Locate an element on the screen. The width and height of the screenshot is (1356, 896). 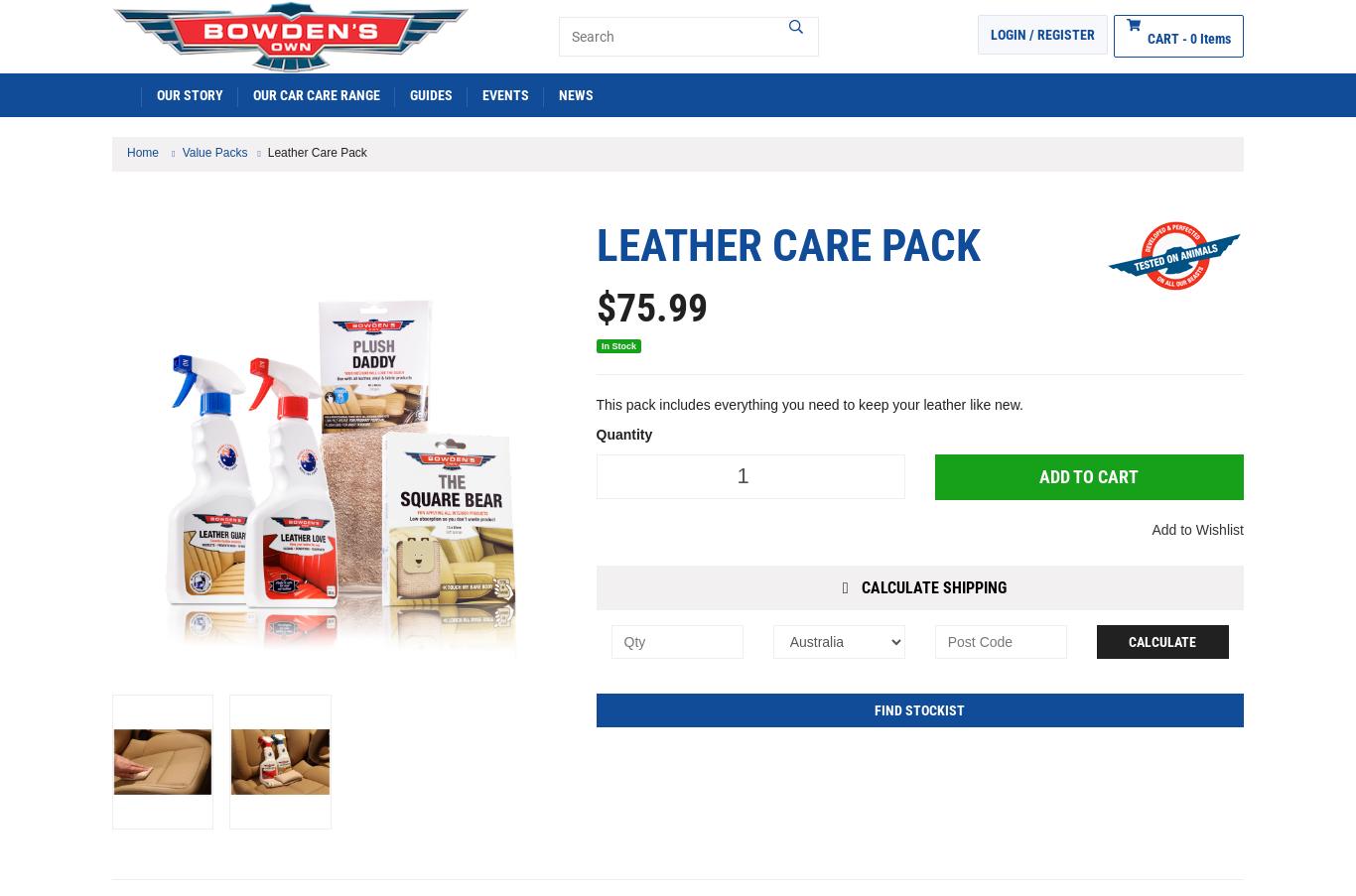
'EVENTS' is located at coordinates (505, 93).